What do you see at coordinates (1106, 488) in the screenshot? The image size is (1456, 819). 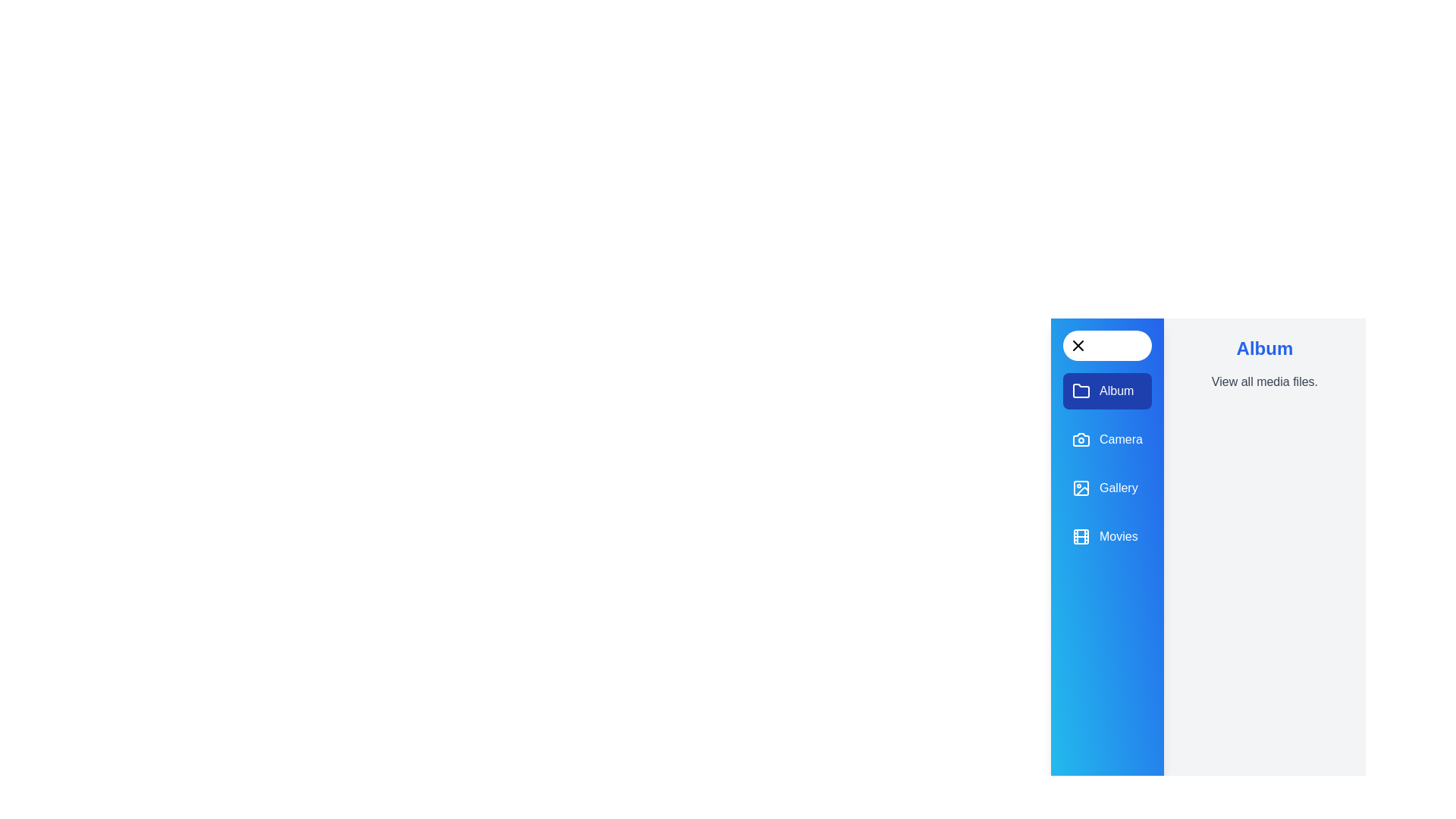 I see `the 'Gallery' button to navigate to the 'Gallery' panel` at bounding box center [1106, 488].